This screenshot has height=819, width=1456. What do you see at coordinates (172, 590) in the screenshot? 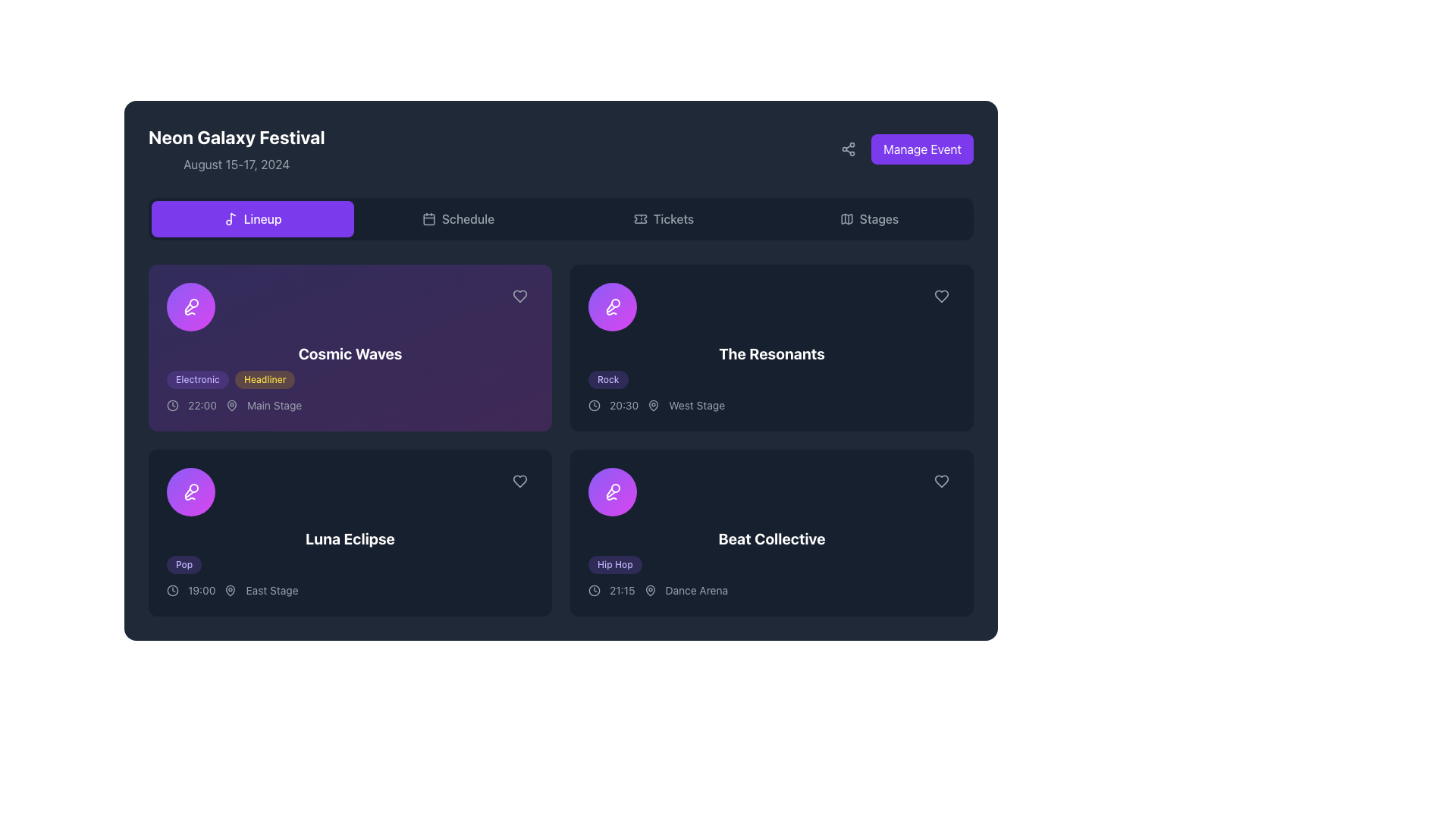
I see `the icon representing the scheduled time of the event, located to the left of '19:00' and below 'Luna Eclipse' in the event box` at bounding box center [172, 590].